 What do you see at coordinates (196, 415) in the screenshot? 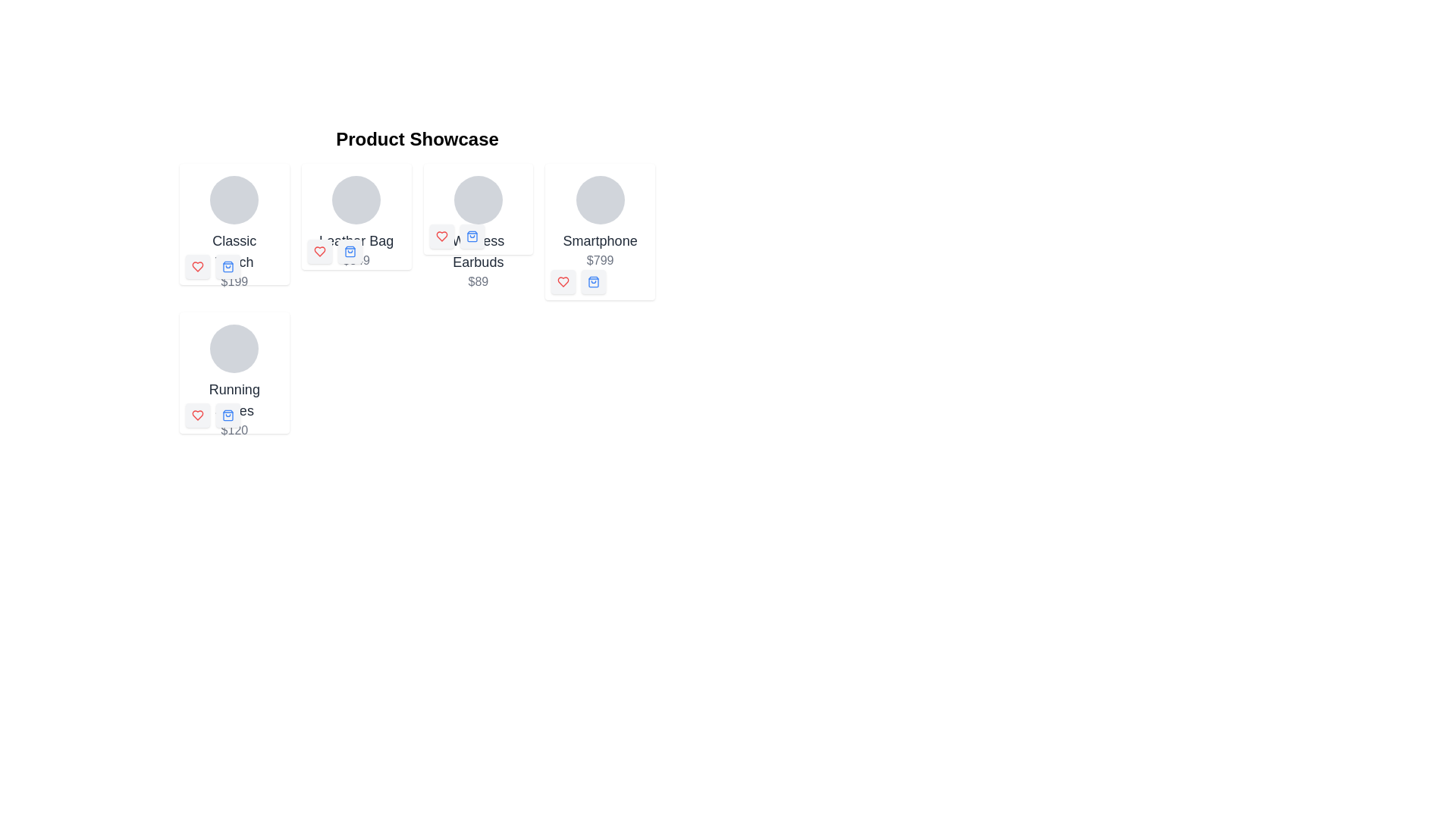
I see `the Interactive icon button located in the bottom-left corner of the 'Running Shoes' product card to mark or unmark it as a favorite` at bounding box center [196, 415].